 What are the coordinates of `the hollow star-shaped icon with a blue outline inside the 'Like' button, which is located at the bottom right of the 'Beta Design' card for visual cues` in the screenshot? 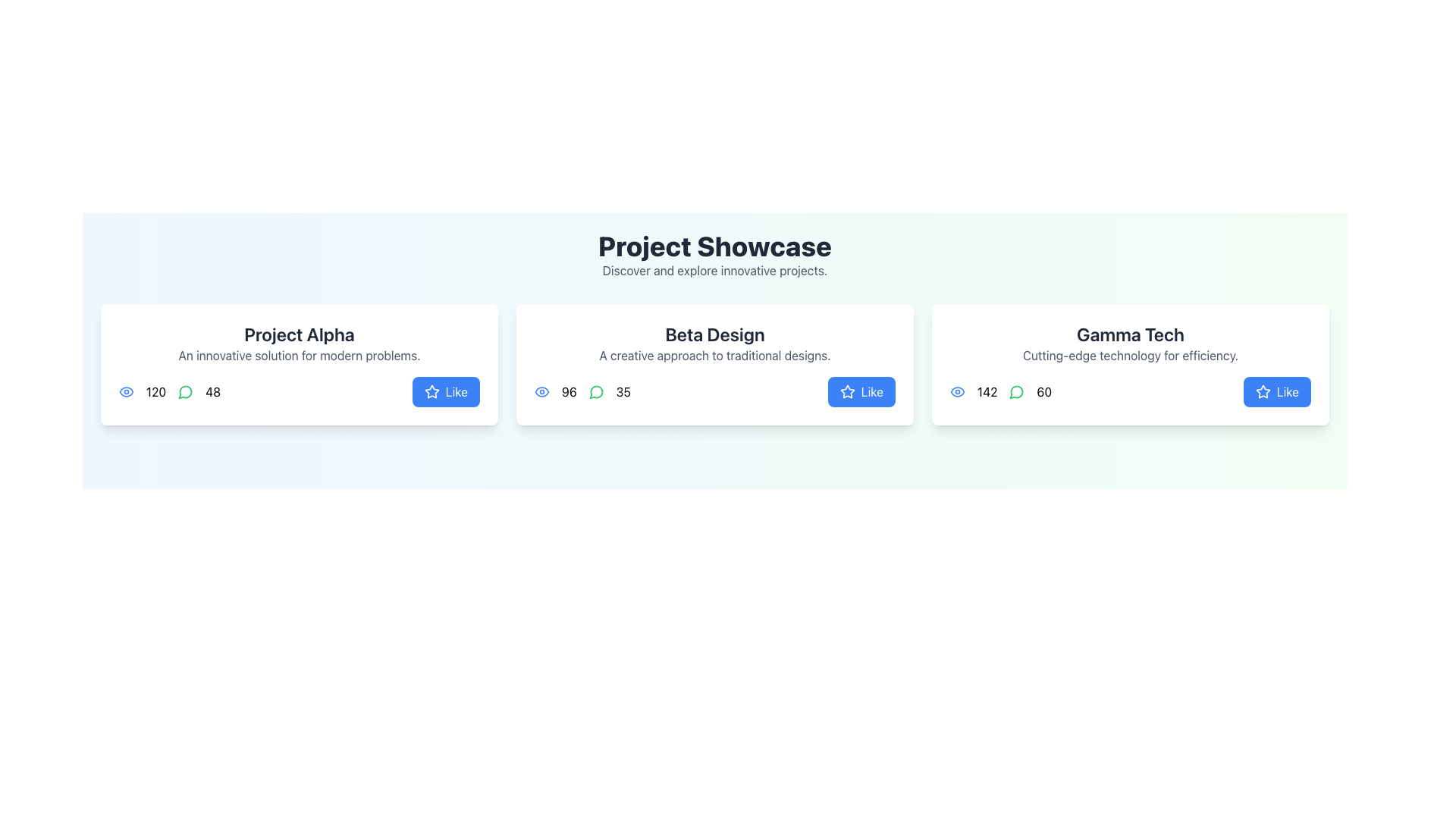 It's located at (431, 391).